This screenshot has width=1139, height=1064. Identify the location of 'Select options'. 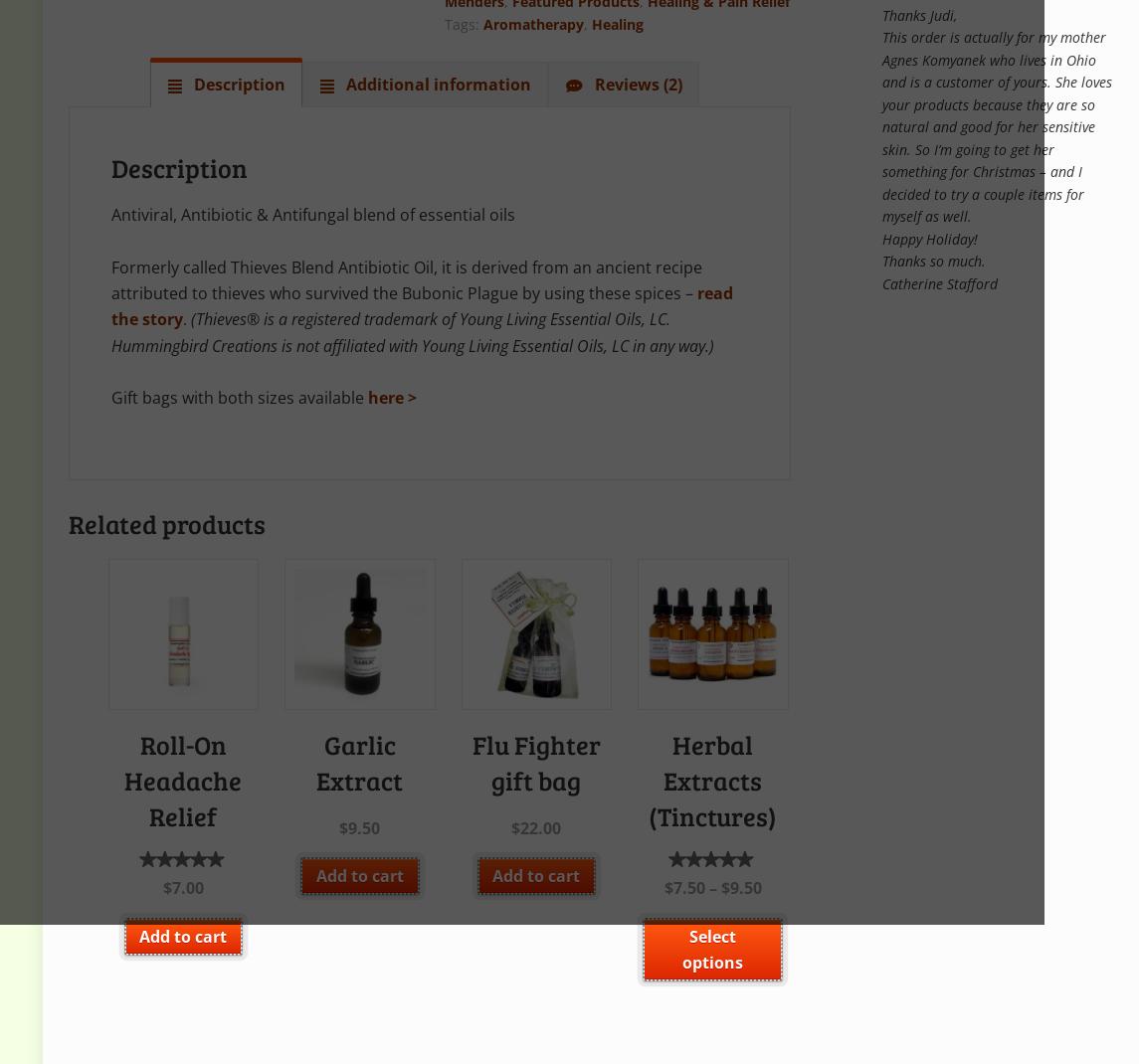
(711, 948).